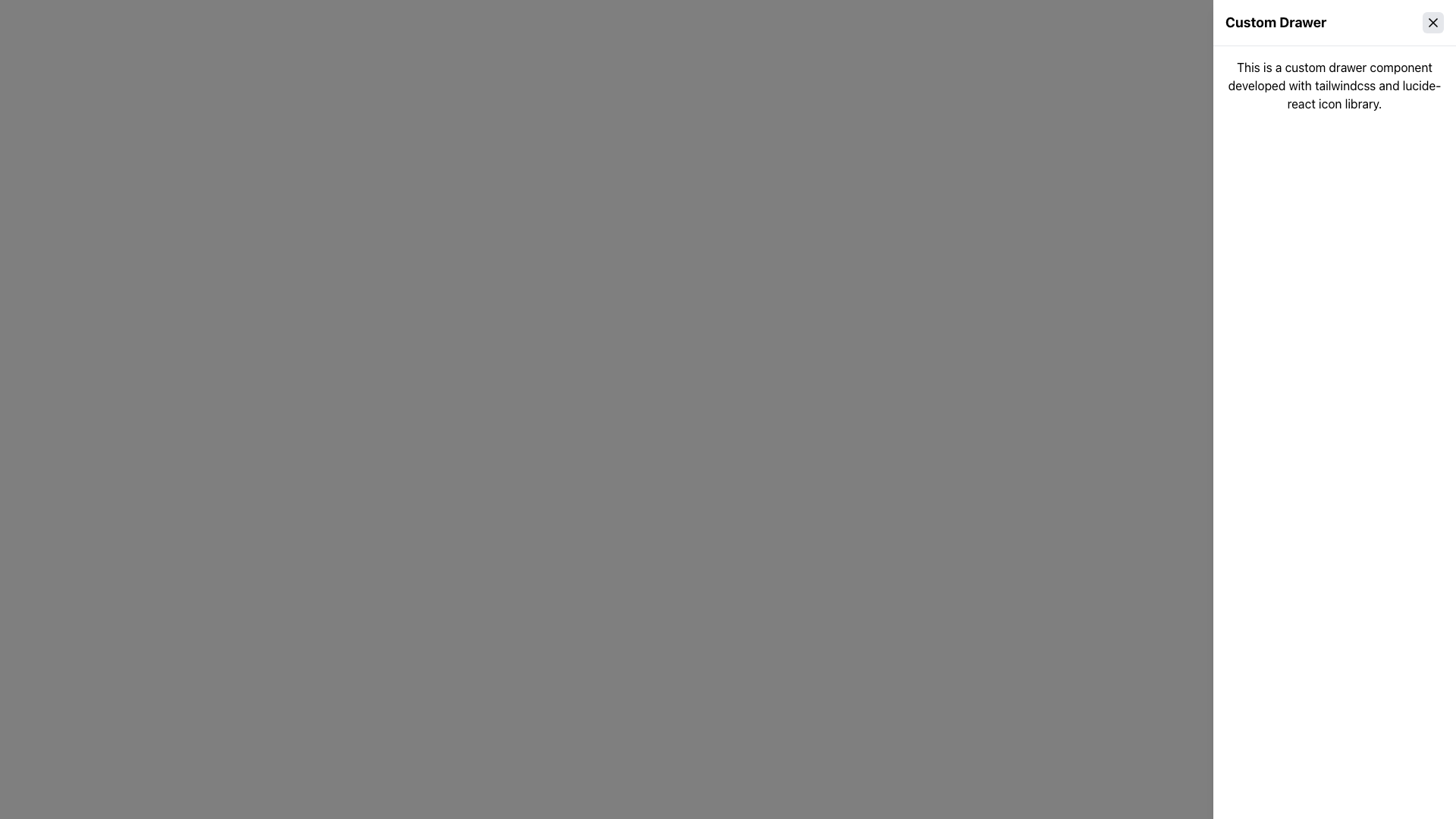 Image resolution: width=1456 pixels, height=819 pixels. Describe the element at coordinates (1275, 23) in the screenshot. I see `the bold heading text 'Custom Drawer' located at the top-right section of the interface` at that location.